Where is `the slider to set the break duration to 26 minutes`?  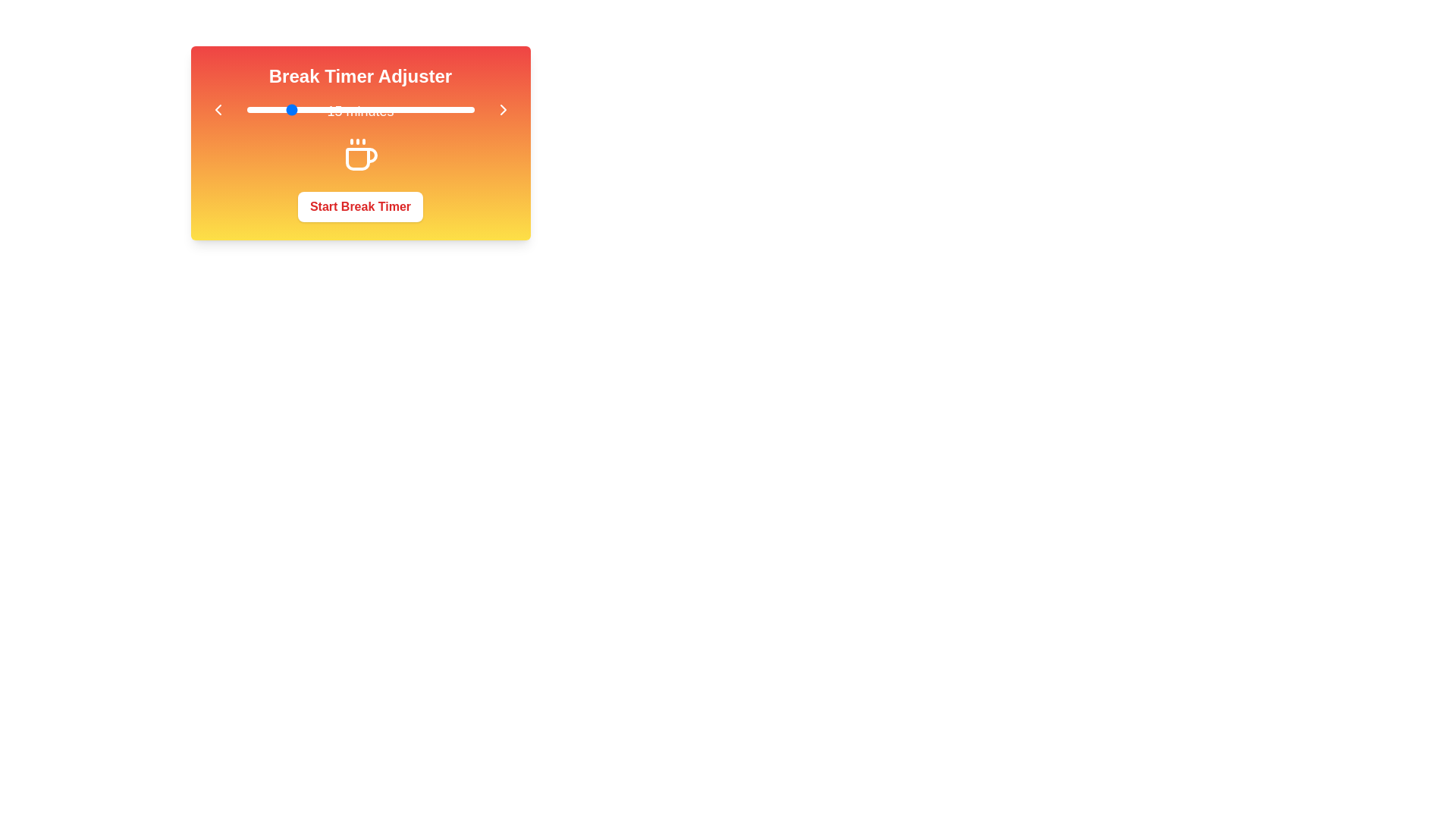
the slider to set the break duration to 26 minutes is located at coordinates (333, 109).